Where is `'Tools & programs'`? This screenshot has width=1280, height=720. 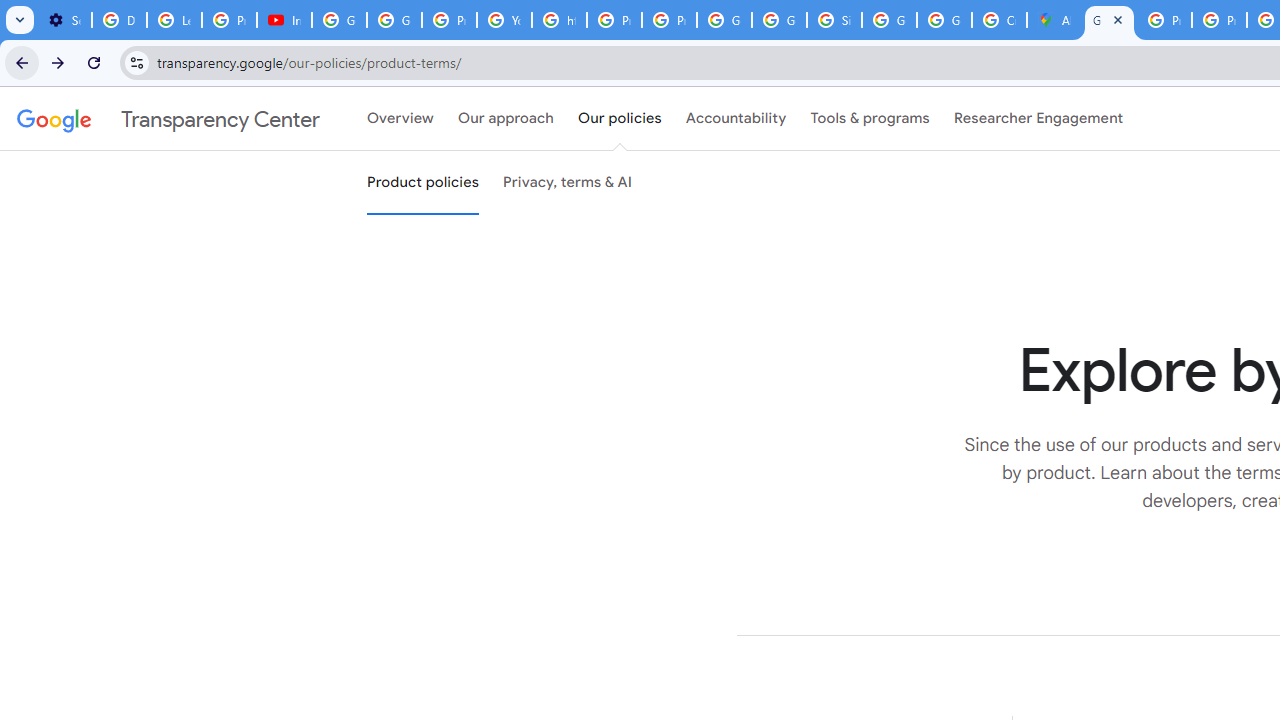
'Tools & programs' is located at coordinates (869, 119).